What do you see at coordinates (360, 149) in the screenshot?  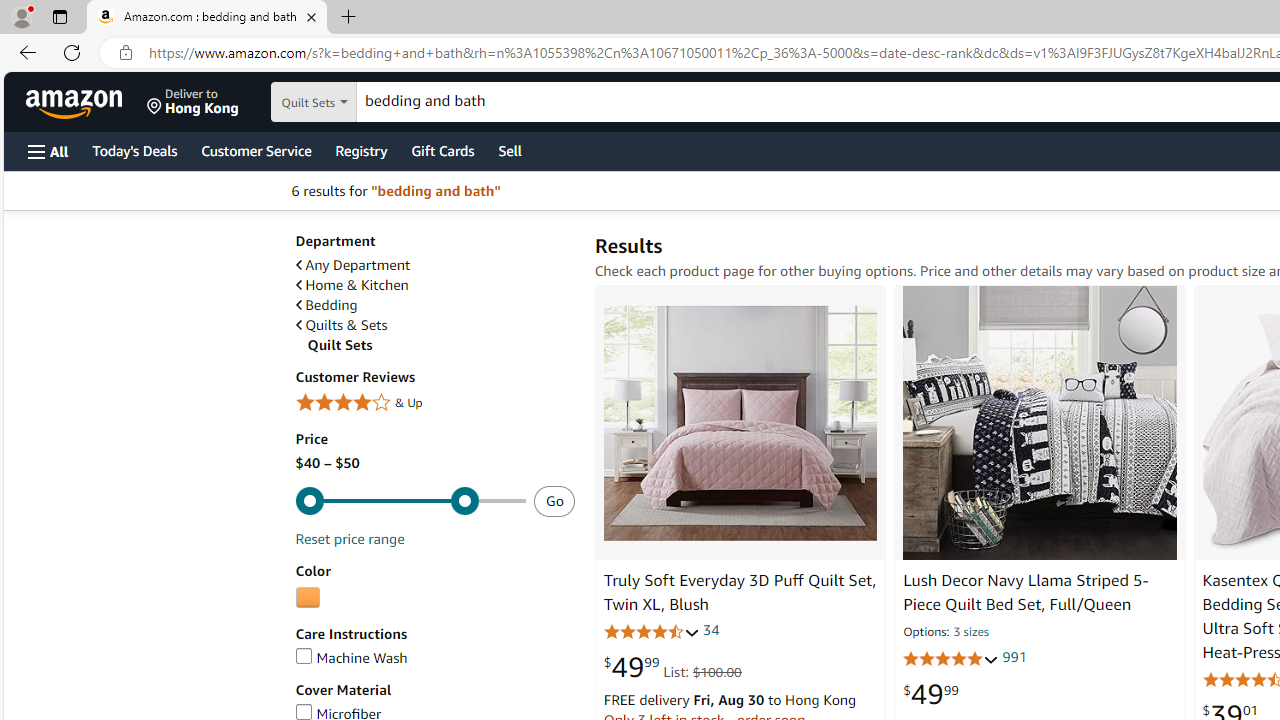 I see `'Registry'` at bounding box center [360, 149].